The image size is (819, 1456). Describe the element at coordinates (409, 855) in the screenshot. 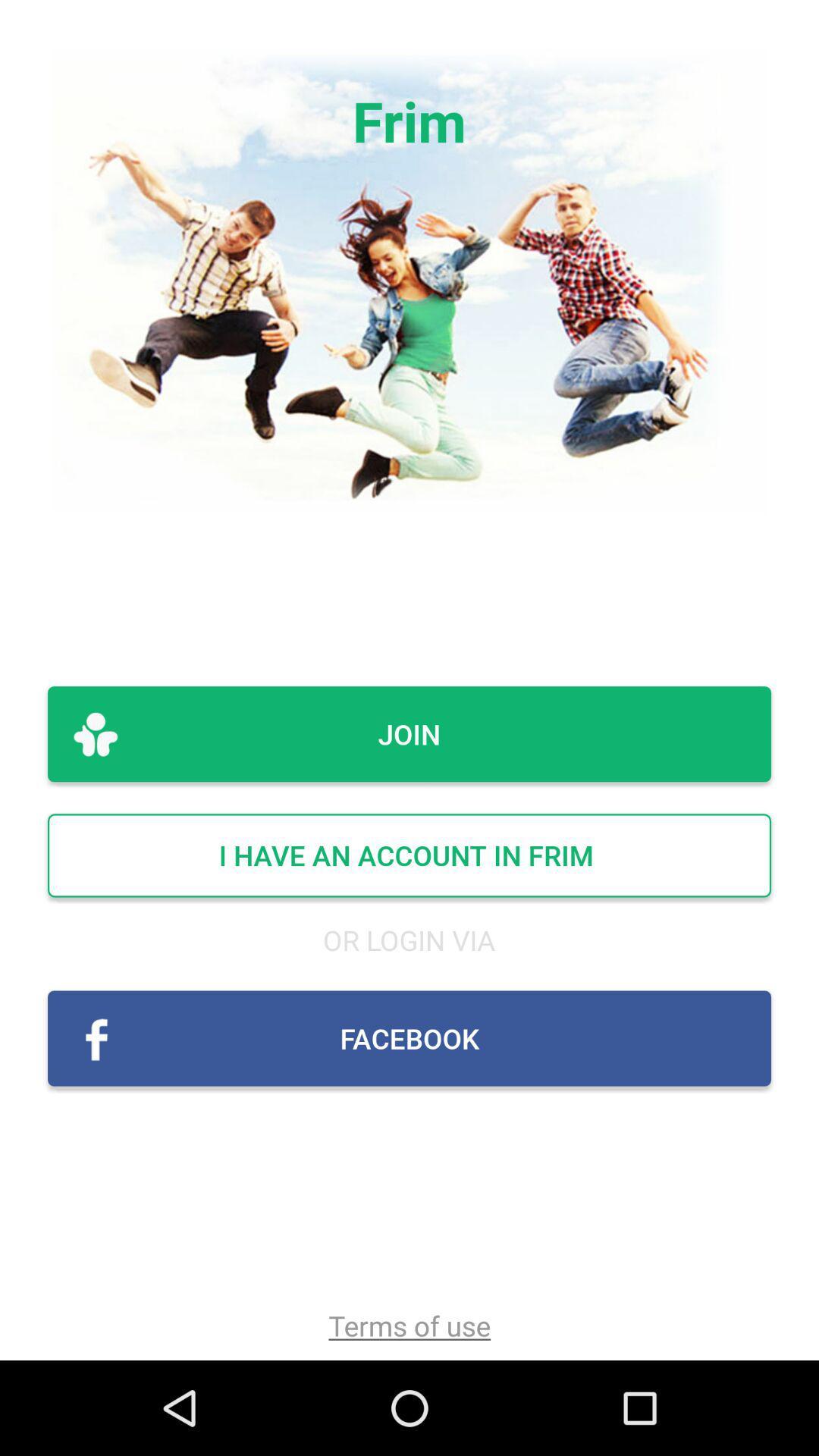

I see `item above or login via item` at that location.